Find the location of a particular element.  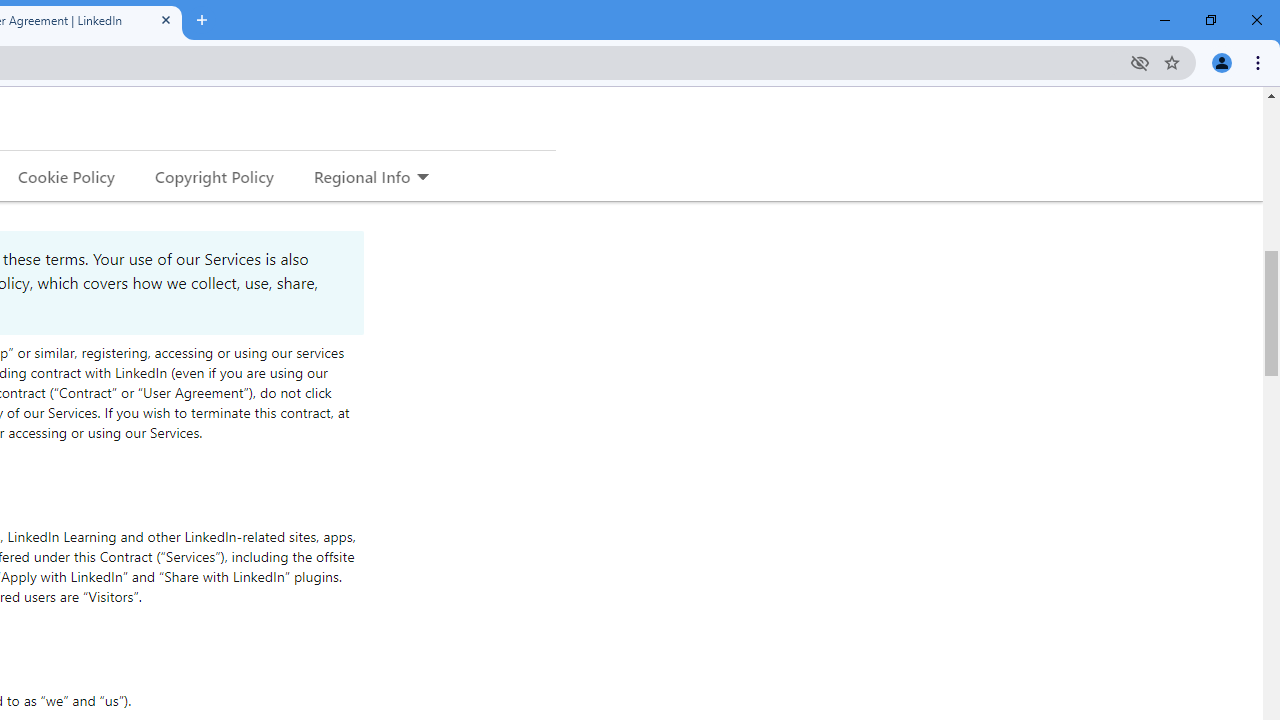

'Cookie Policy' is located at coordinates (66, 175).